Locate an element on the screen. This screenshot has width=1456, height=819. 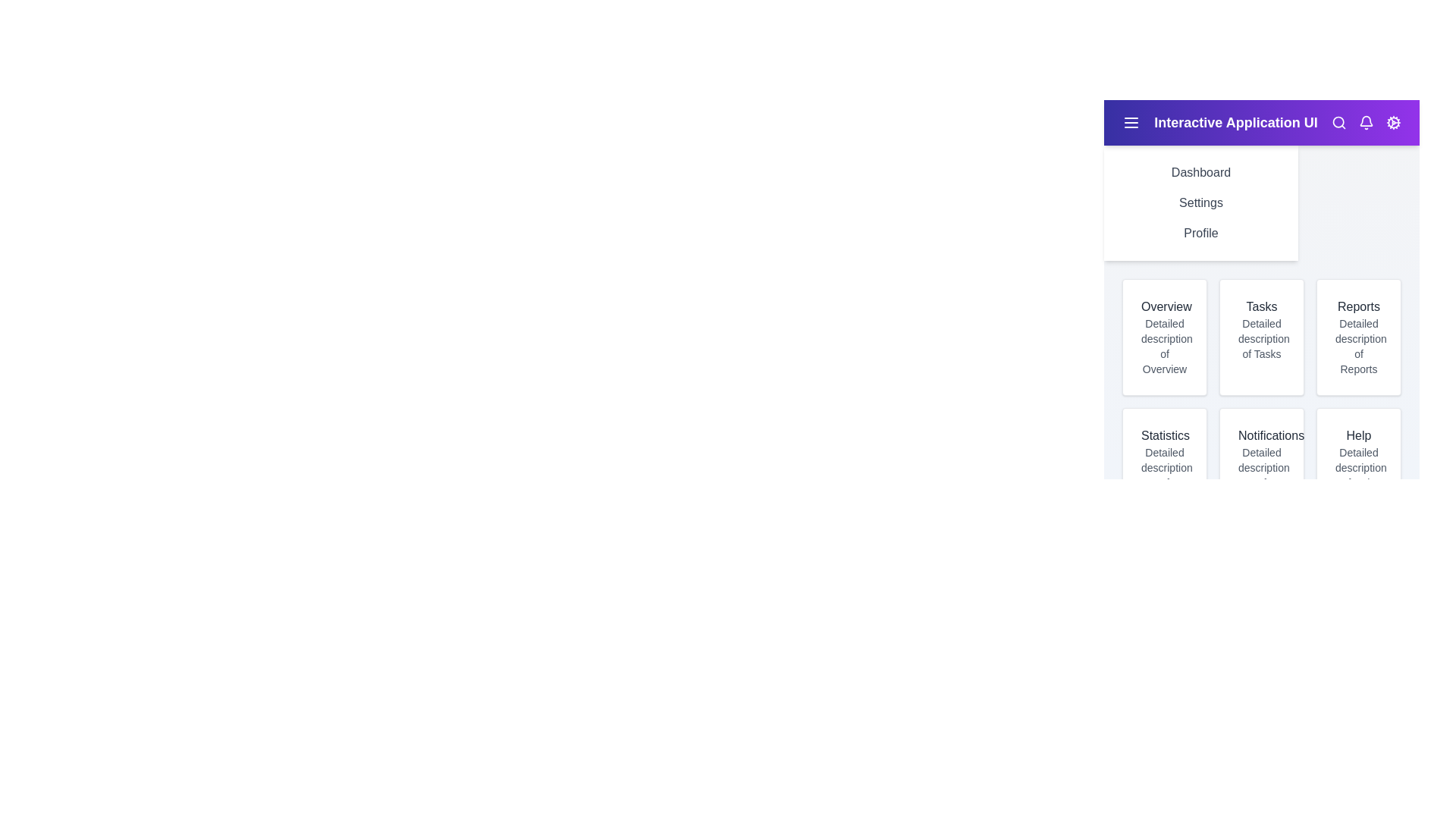
the Tasks card to interact with its content is located at coordinates (1262, 336).